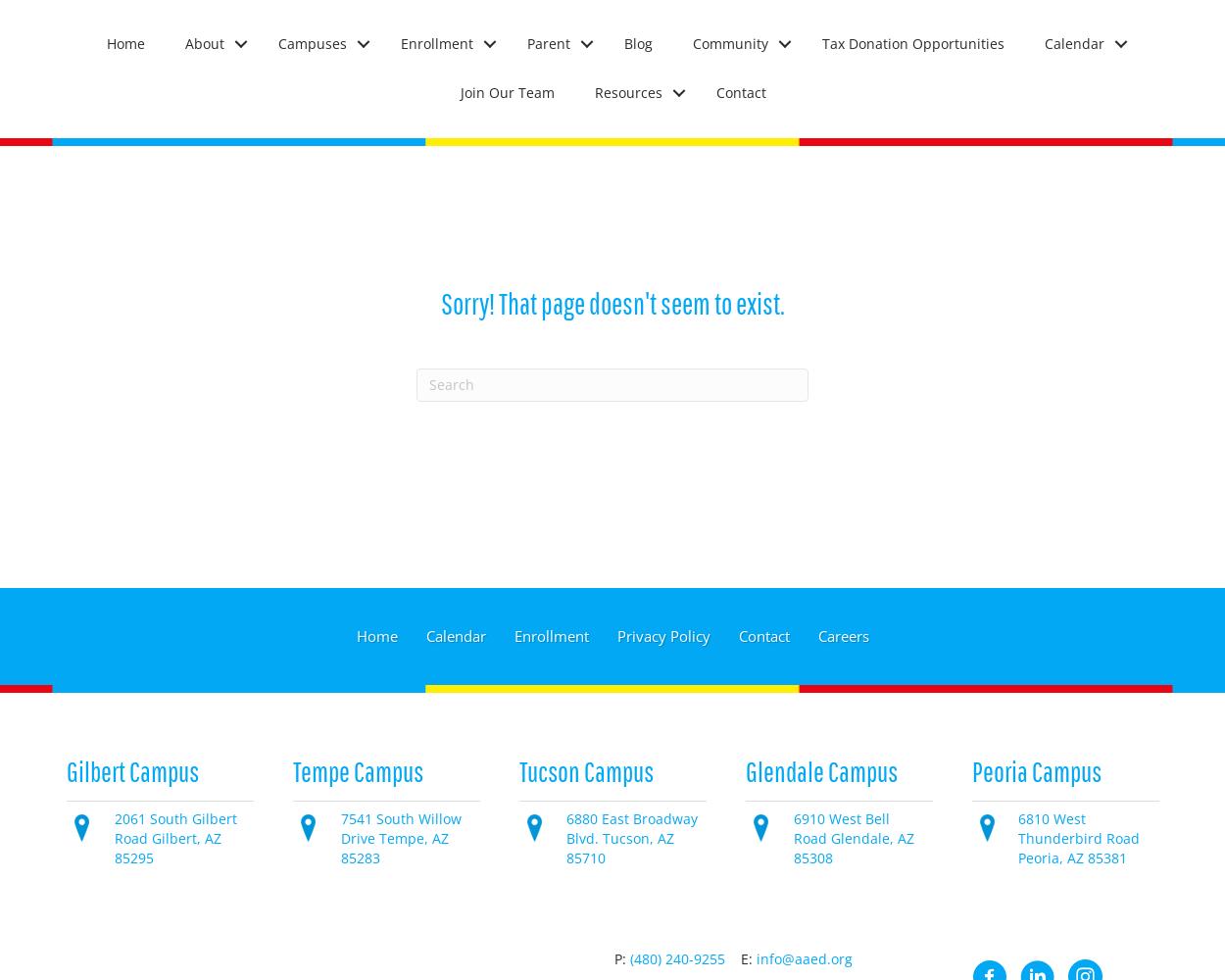 The image size is (1225, 980). Describe the element at coordinates (174, 837) in the screenshot. I see `'2061 South Gilbert Road Gilbert, AZ 85295'` at that location.